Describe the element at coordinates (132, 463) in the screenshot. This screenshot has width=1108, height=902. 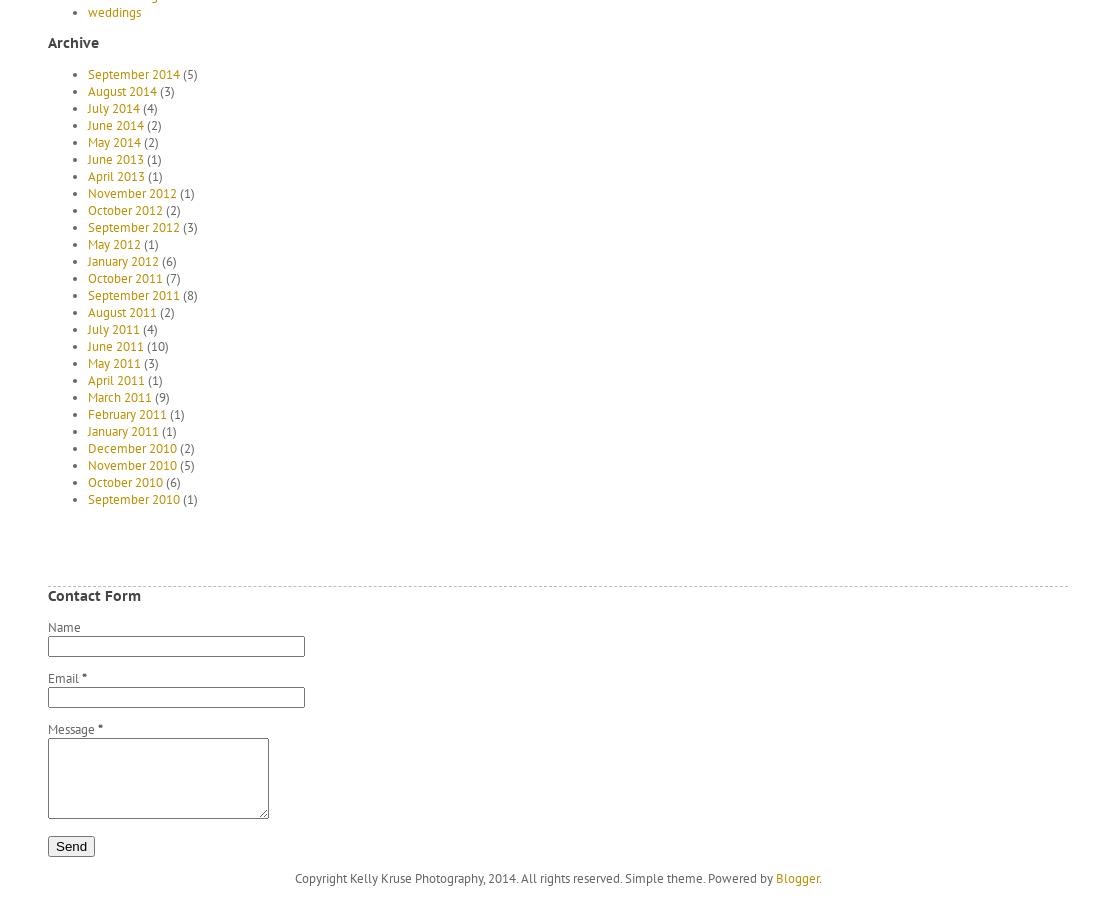
I see `'November 2010'` at that location.